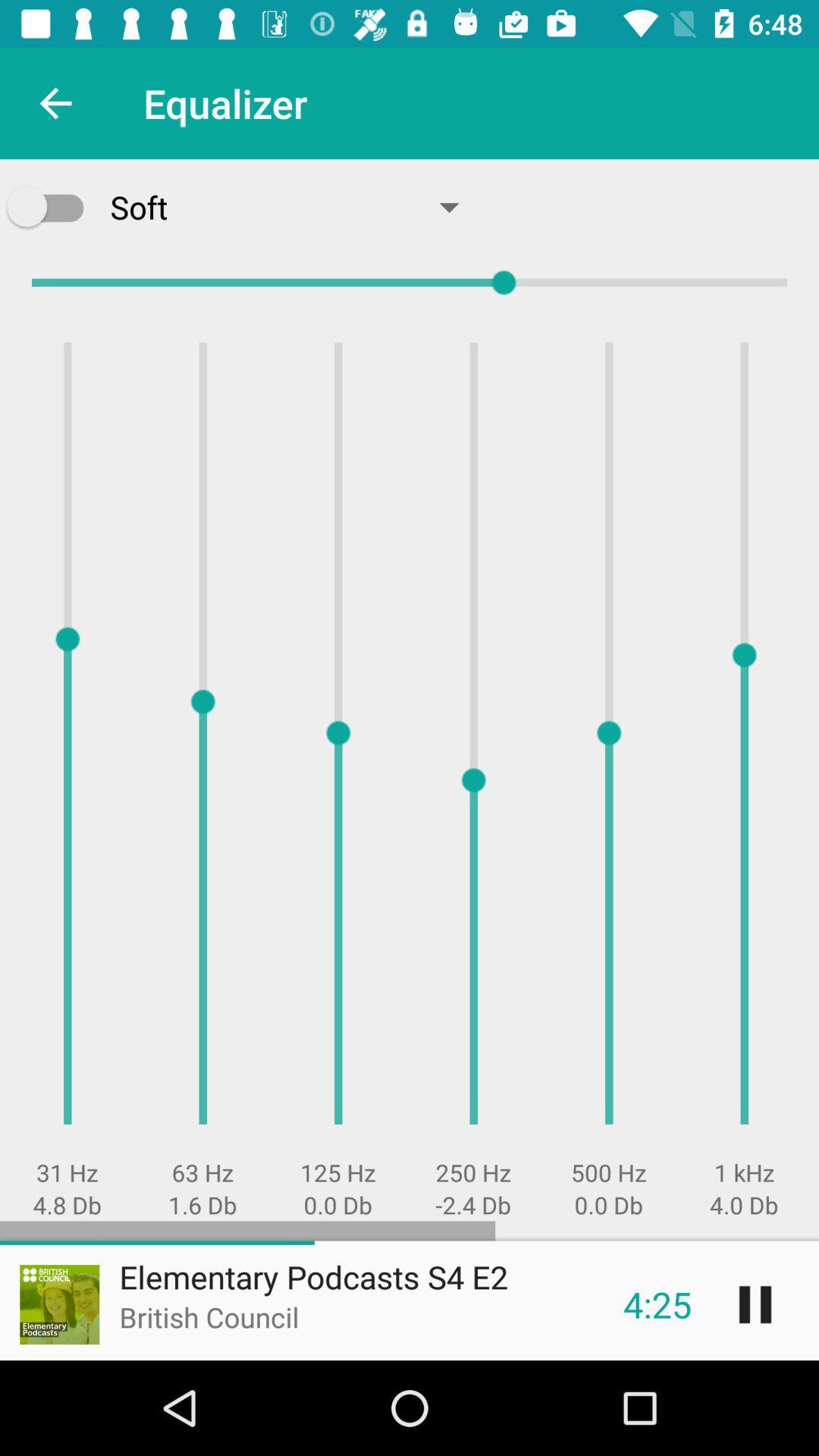 The image size is (819, 1456). Describe the element at coordinates (755, 1304) in the screenshot. I see `the pause icon` at that location.